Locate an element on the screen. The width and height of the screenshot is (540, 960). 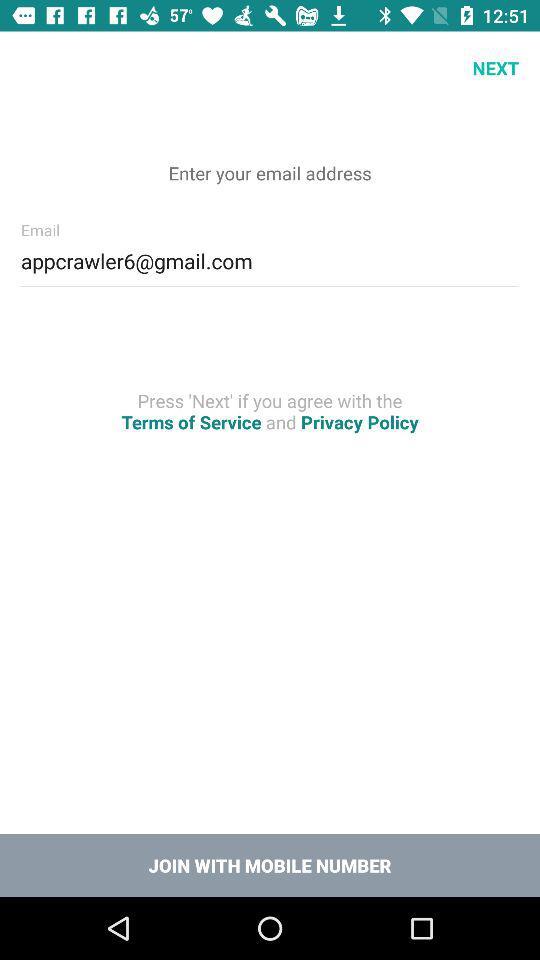
item below enter your email icon is located at coordinates (270, 257).